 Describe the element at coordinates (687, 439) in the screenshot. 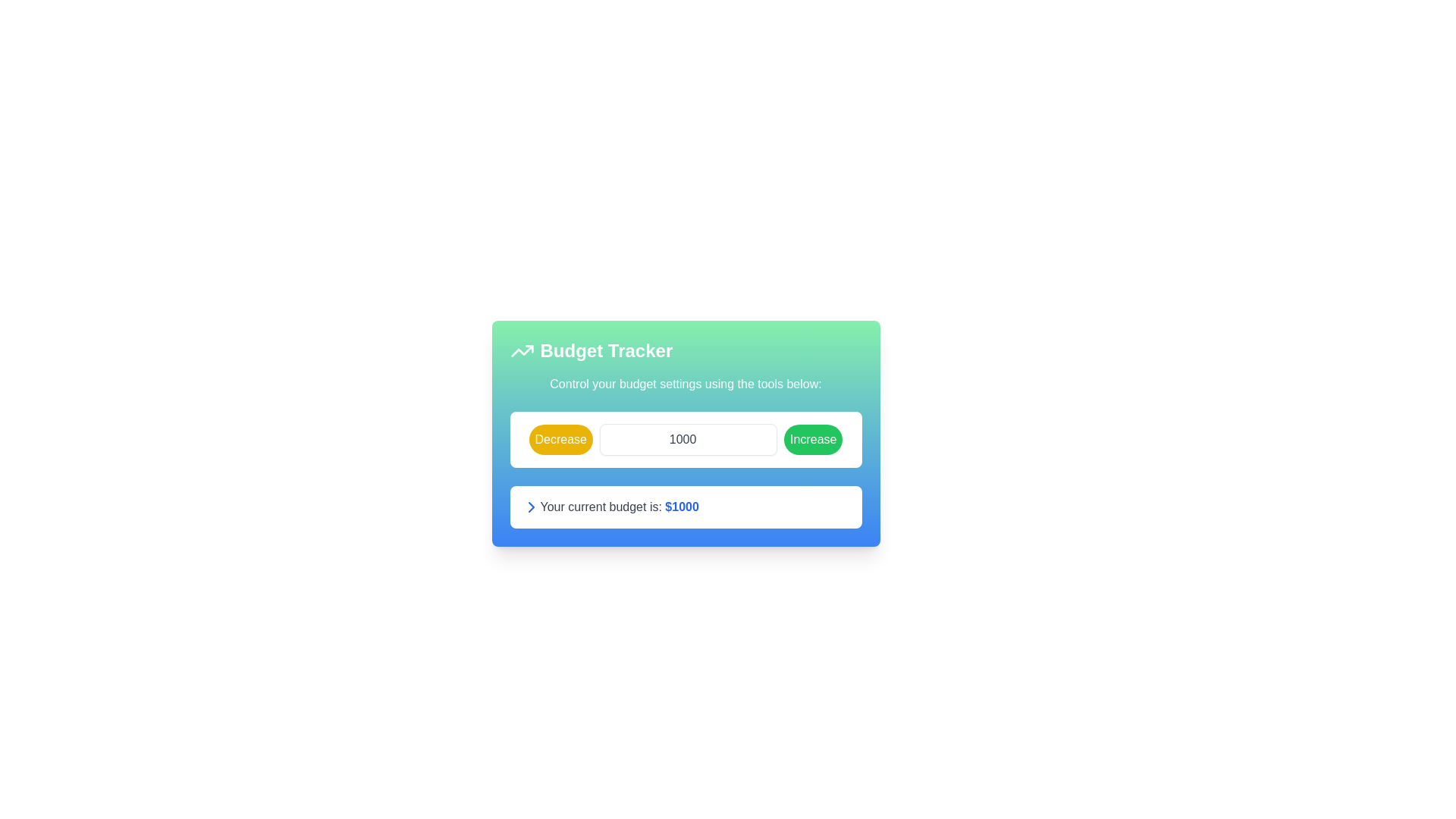

I see `the Numeric Input Field with the value '1000' to focus it` at that location.